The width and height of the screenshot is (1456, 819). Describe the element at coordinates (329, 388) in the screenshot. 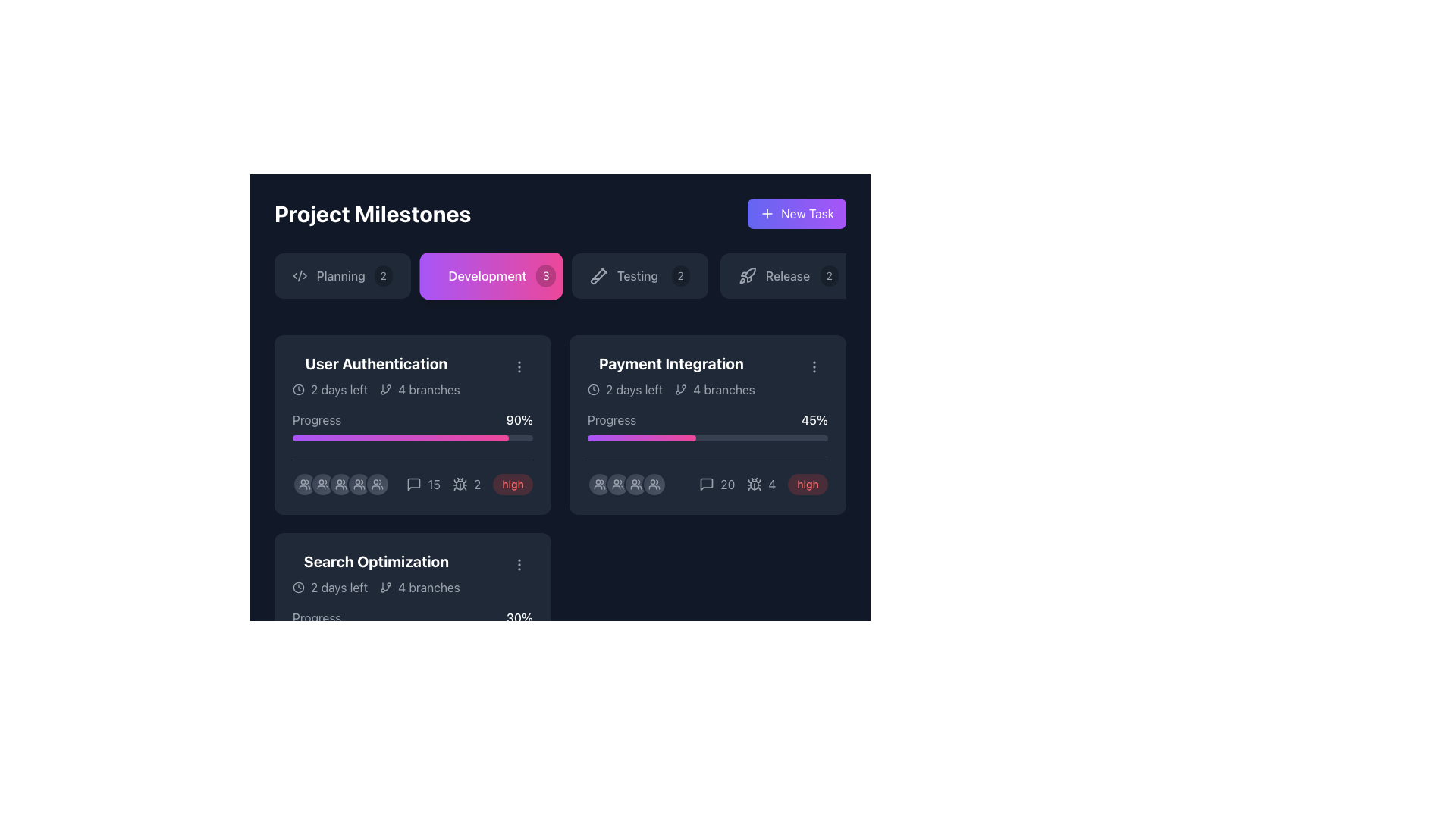

I see `temporal information about the task's deadline from the Text with an Icon located at the top left of the 'User Authentication' card` at that location.